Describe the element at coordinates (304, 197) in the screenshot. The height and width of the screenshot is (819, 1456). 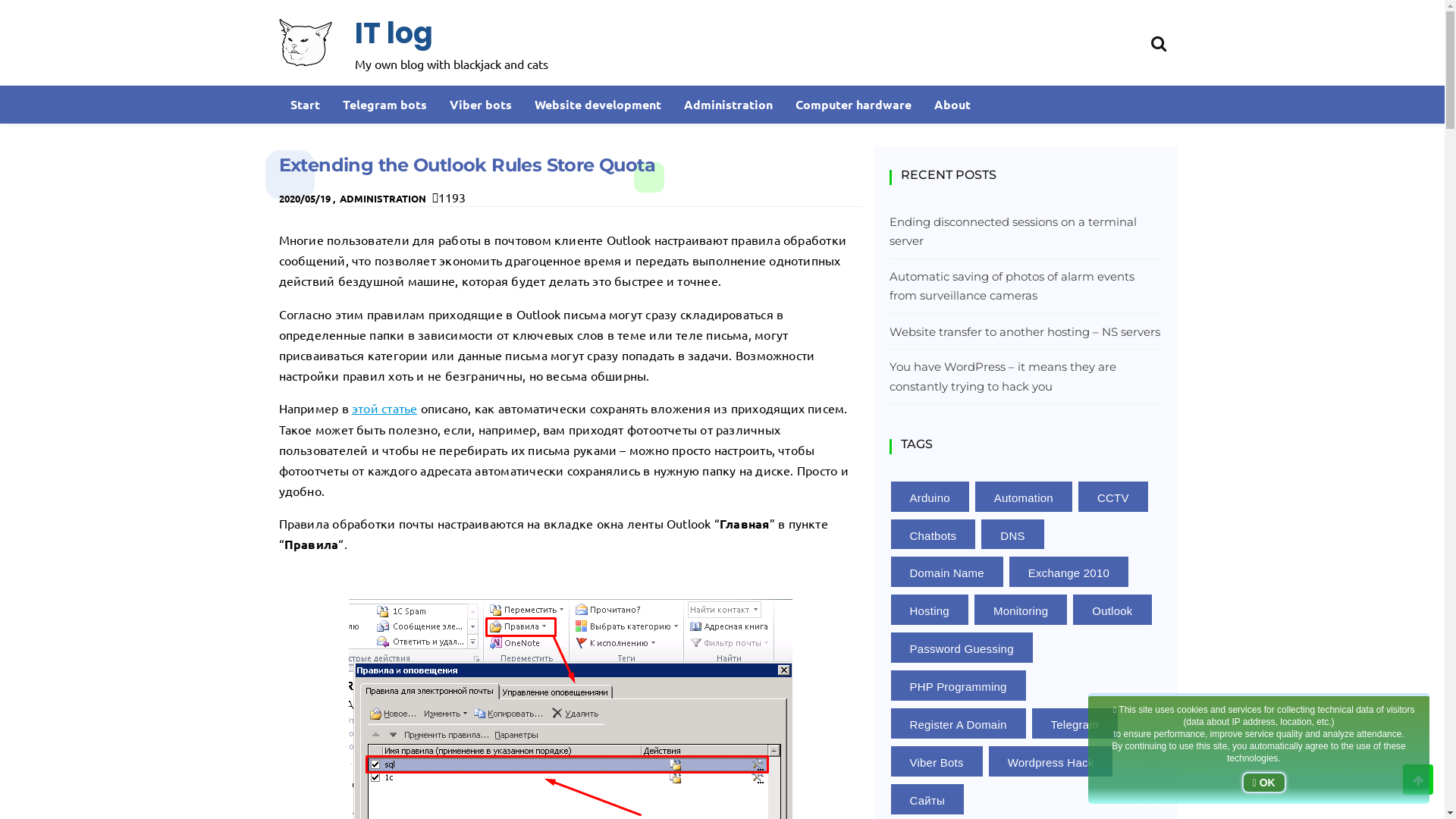
I see `'2020/05/19'` at that location.